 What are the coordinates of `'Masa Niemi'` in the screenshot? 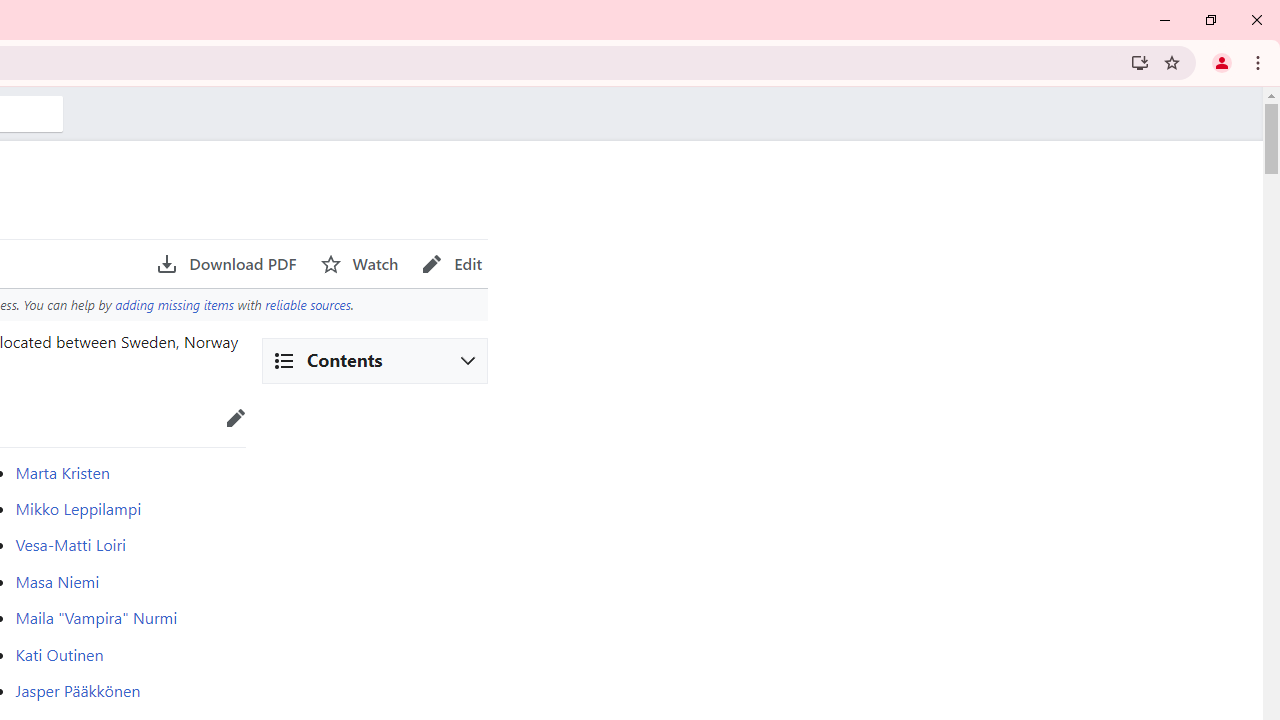 It's located at (57, 581).